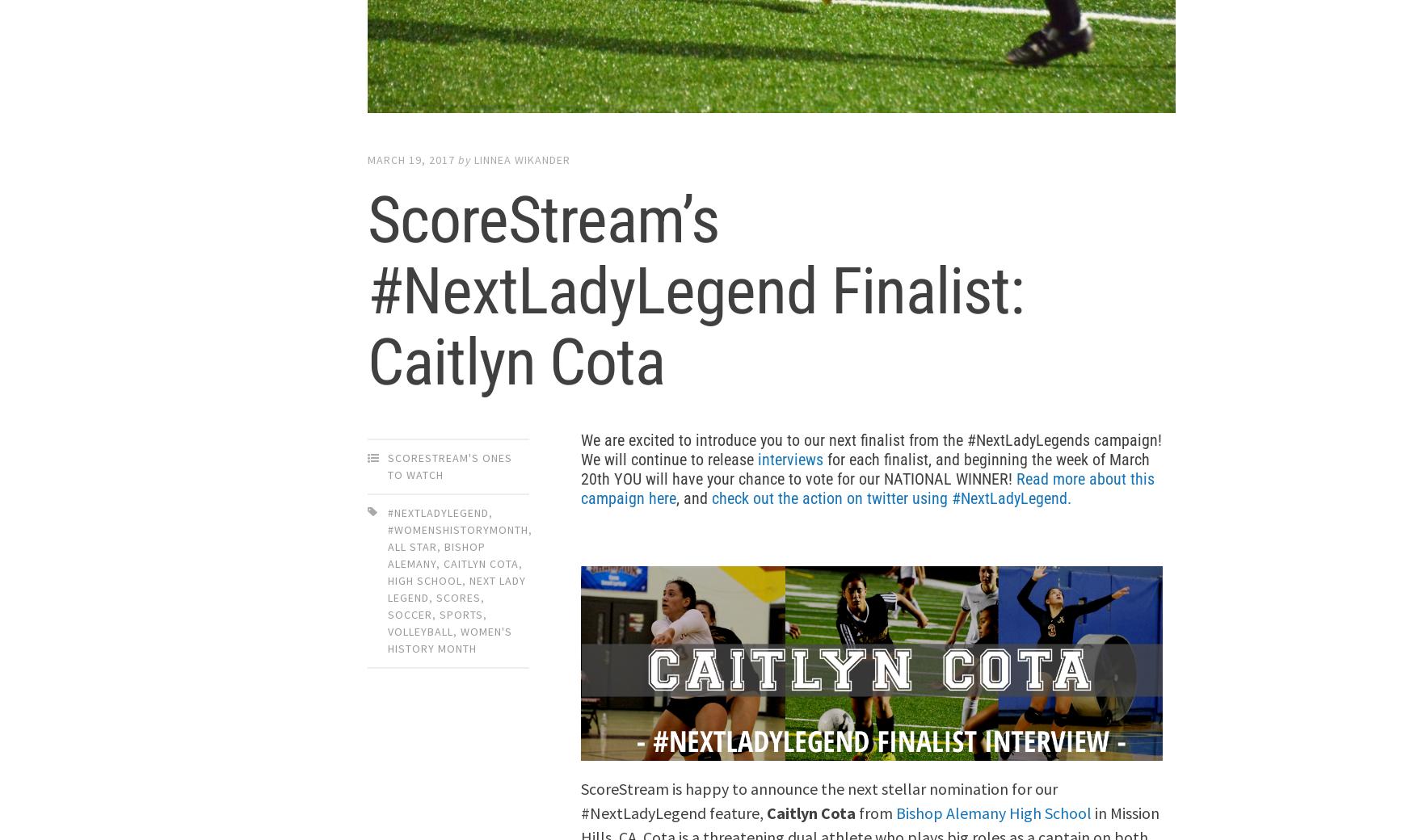  What do you see at coordinates (696, 290) in the screenshot?
I see `'ScoreStream’s #NextLadyLegend Finalist: Caitlyn Cota'` at bounding box center [696, 290].